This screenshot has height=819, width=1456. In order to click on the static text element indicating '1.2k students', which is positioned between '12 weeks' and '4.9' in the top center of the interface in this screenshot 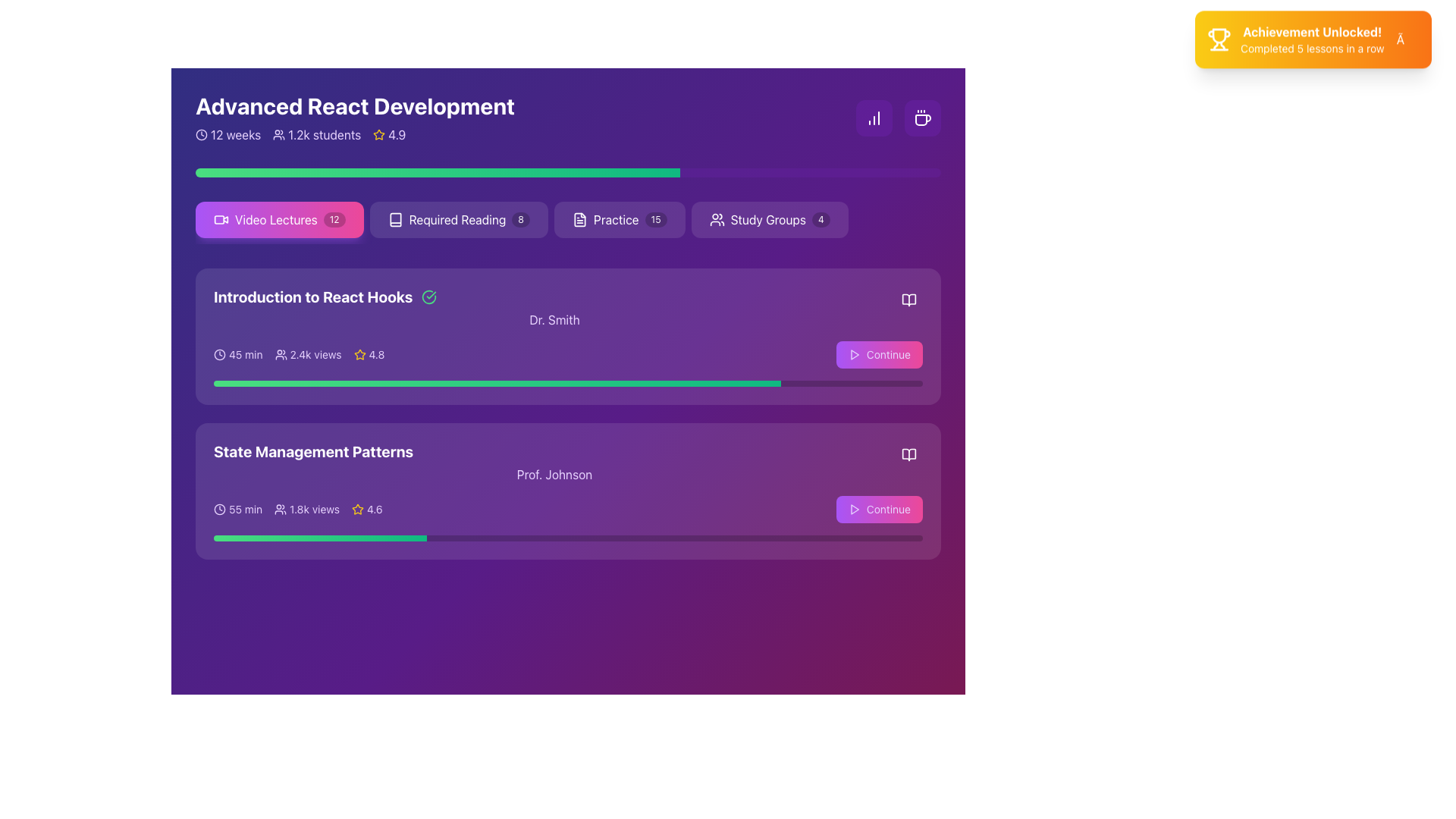, I will do `click(316, 133)`.